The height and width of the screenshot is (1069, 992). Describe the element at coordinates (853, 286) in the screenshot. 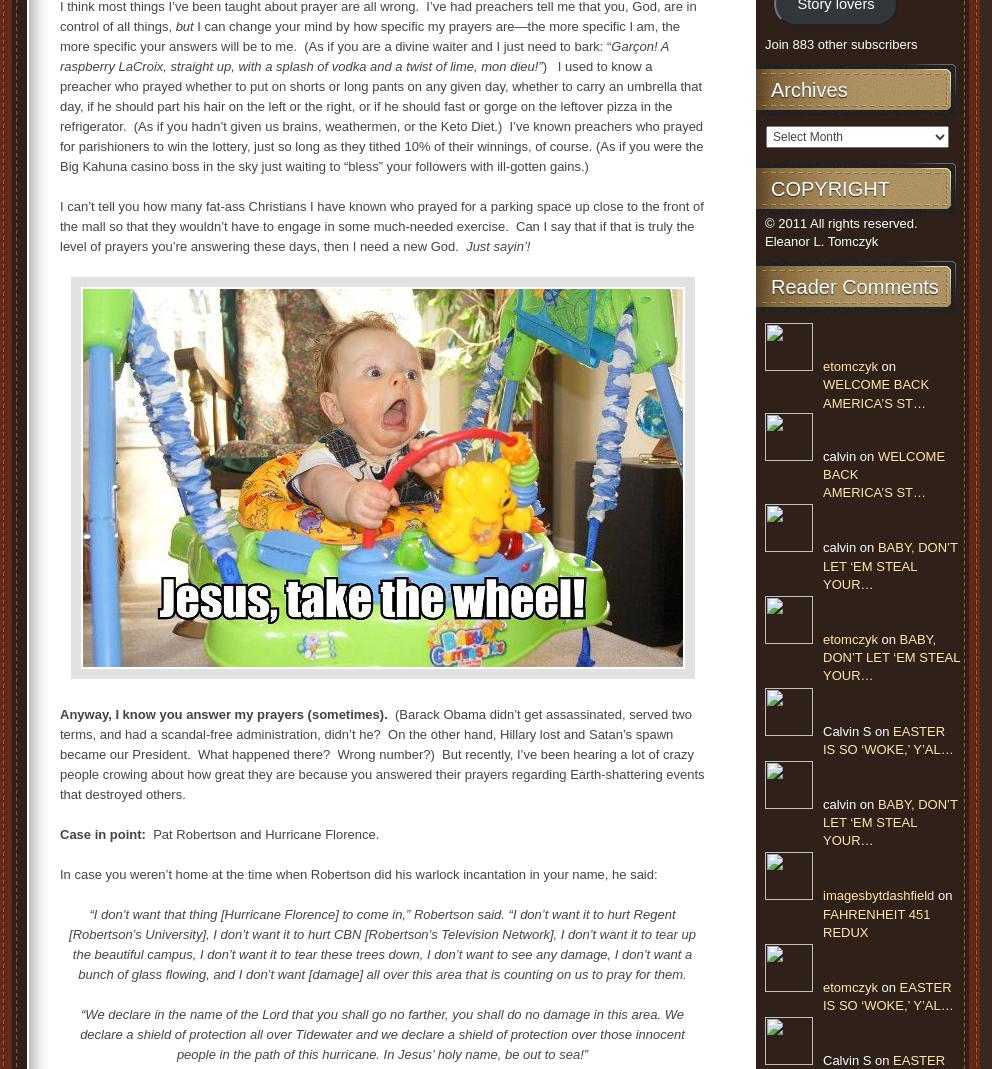

I see `'Reader Comments'` at that location.